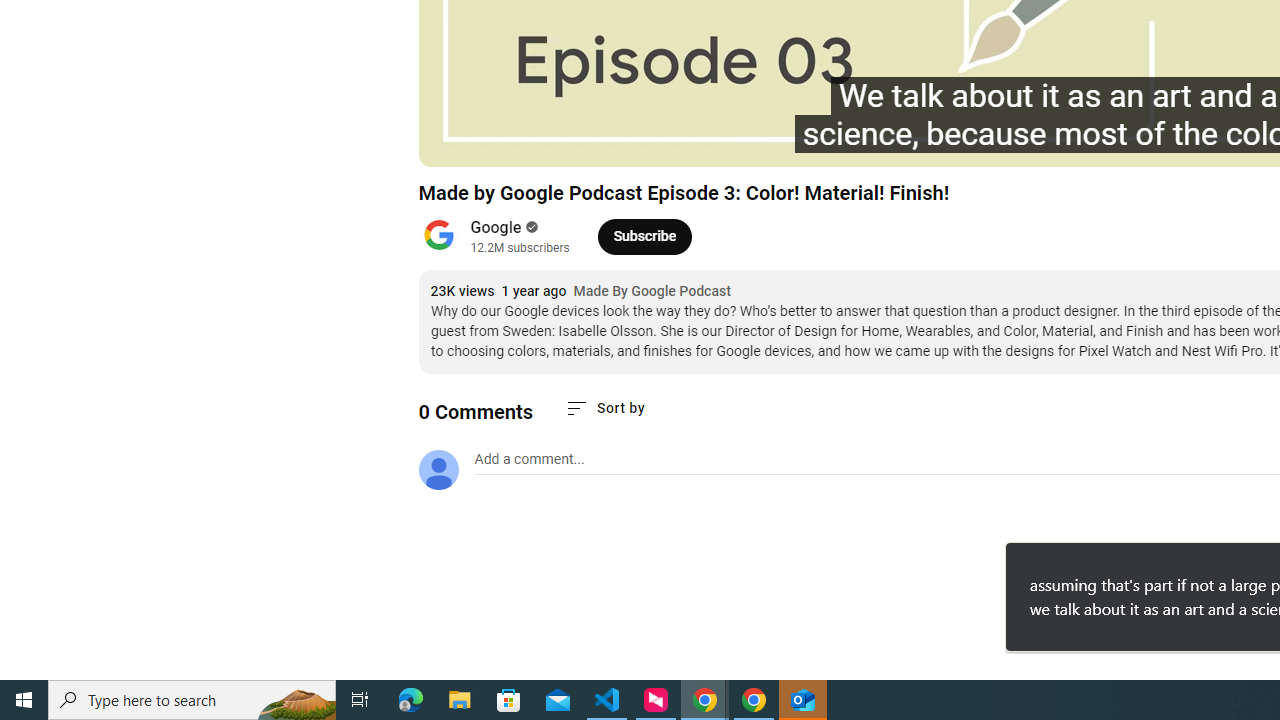 The width and height of the screenshot is (1280, 720). I want to click on 'Google Chrome - 3 running windows', so click(705, 698).